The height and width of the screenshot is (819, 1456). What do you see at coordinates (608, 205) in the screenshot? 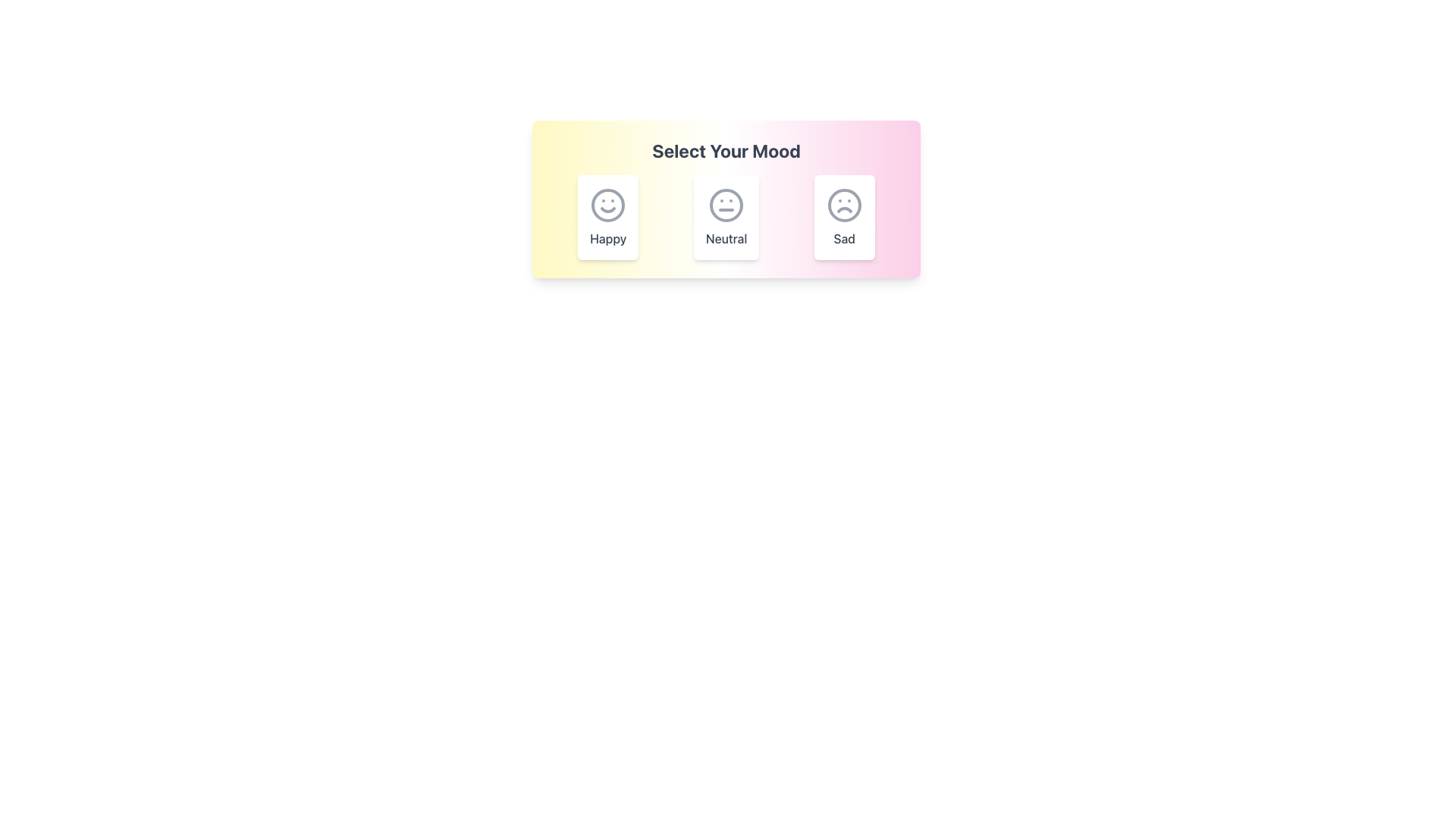
I see `the SVG Circle that forms the circular outline around the smiley face icon in the 'Happy' option` at bounding box center [608, 205].